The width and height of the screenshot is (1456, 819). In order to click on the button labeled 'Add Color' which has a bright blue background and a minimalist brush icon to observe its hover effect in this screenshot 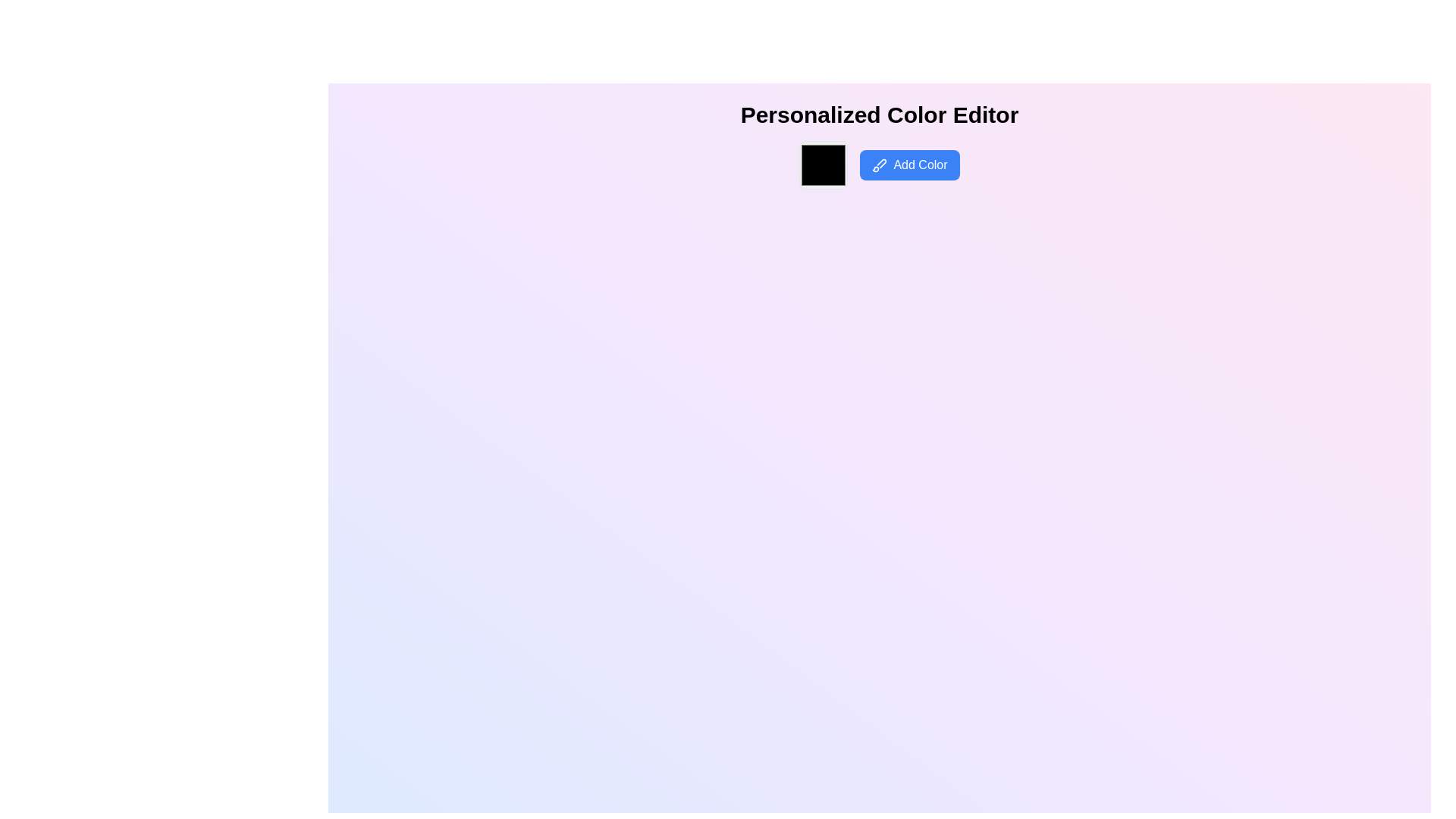, I will do `click(910, 165)`.